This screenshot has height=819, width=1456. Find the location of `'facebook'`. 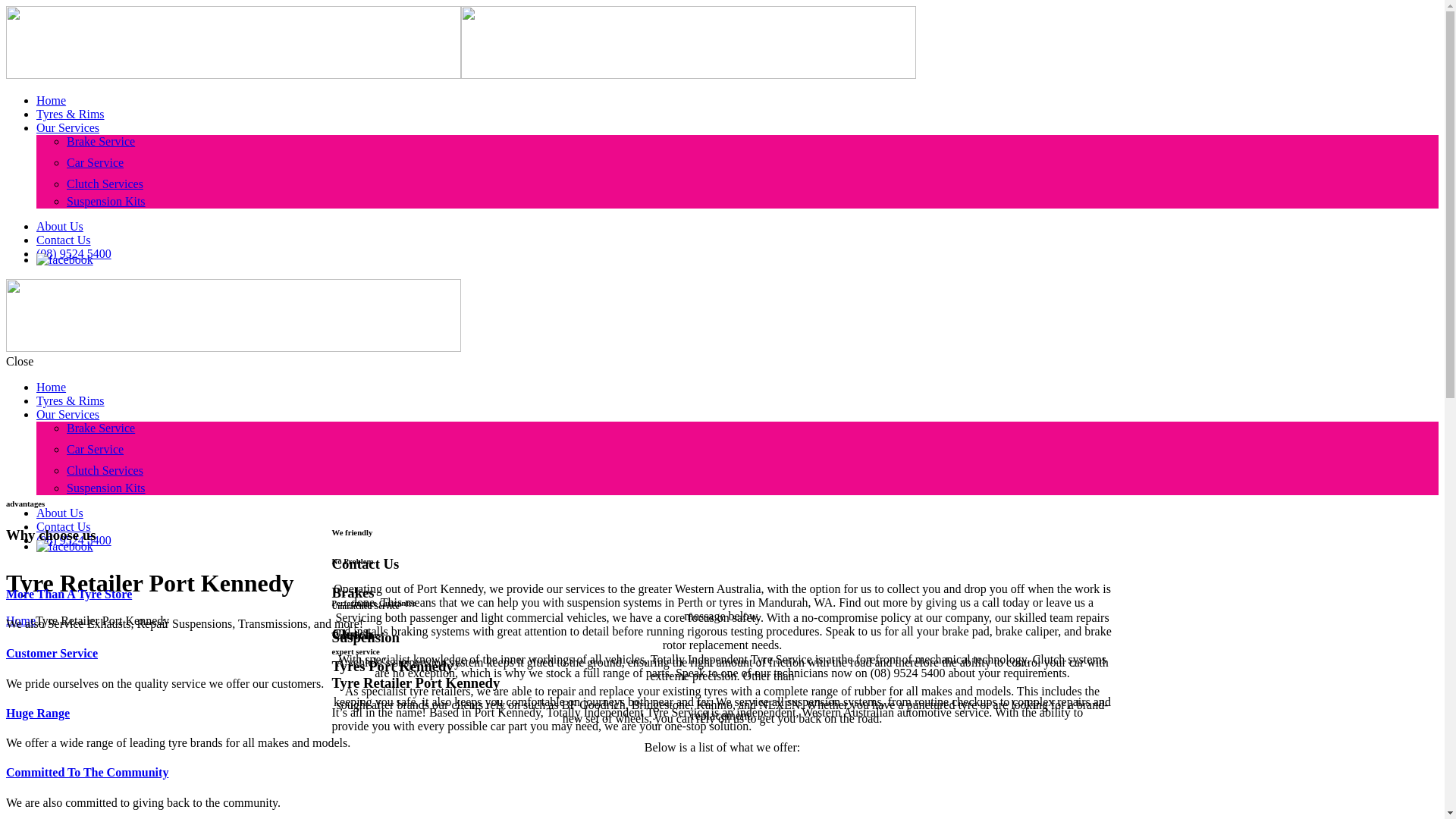

'facebook' is located at coordinates (64, 259).